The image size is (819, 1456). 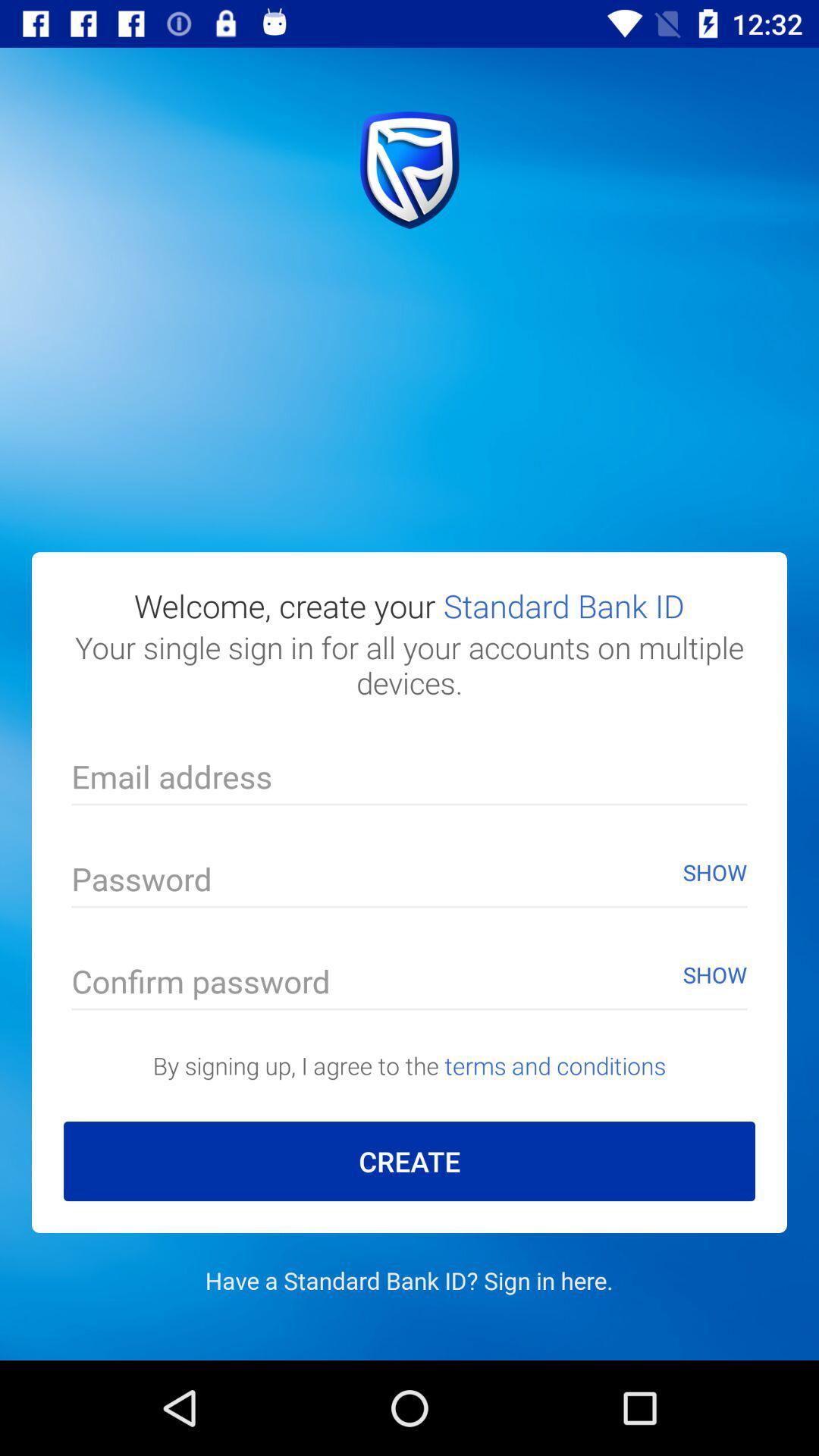 What do you see at coordinates (409, 780) in the screenshot?
I see `email address` at bounding box center [409, 780].